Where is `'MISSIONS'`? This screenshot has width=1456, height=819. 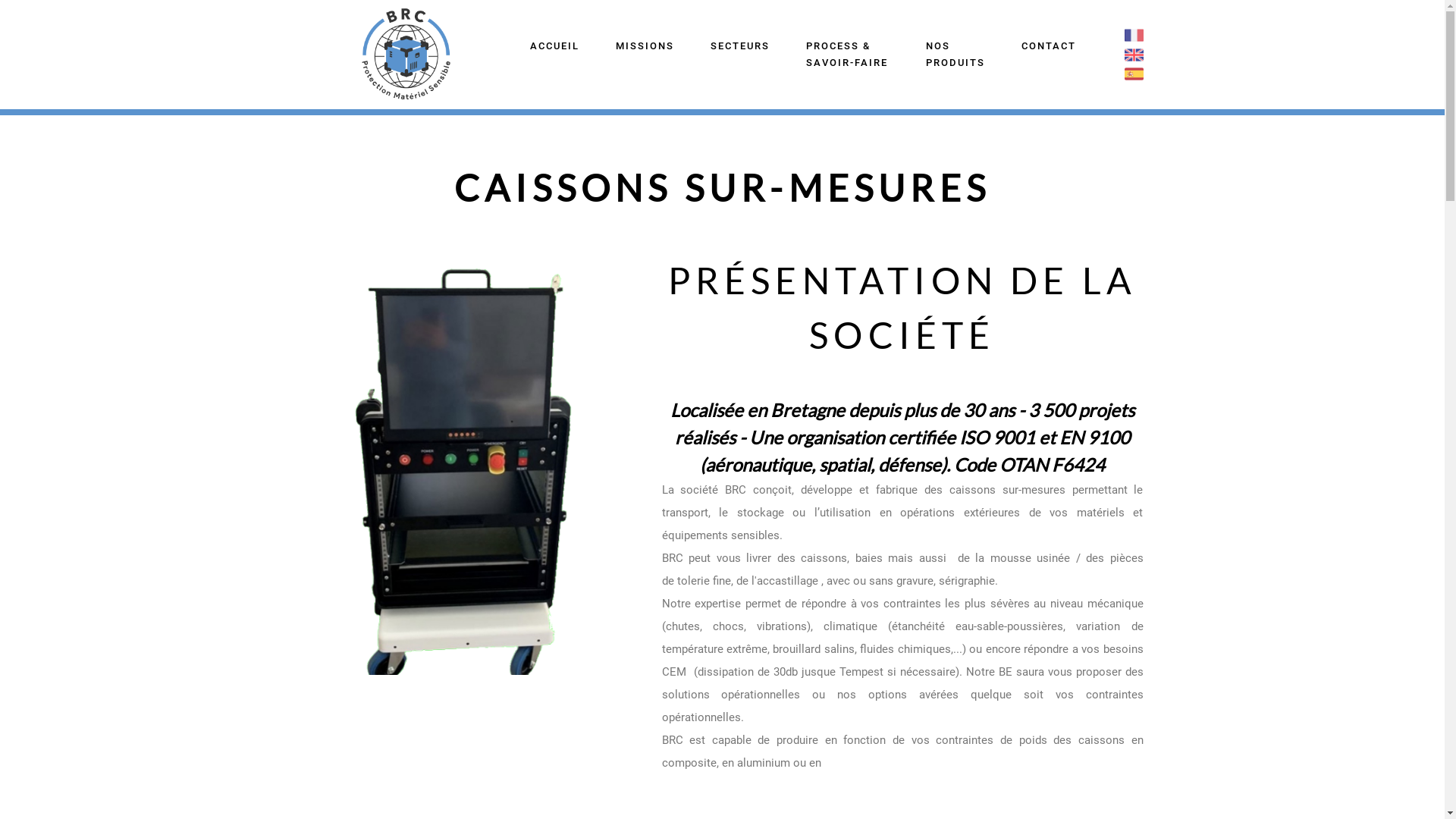 'MISSIONS' is located at coordinates (610, 45).